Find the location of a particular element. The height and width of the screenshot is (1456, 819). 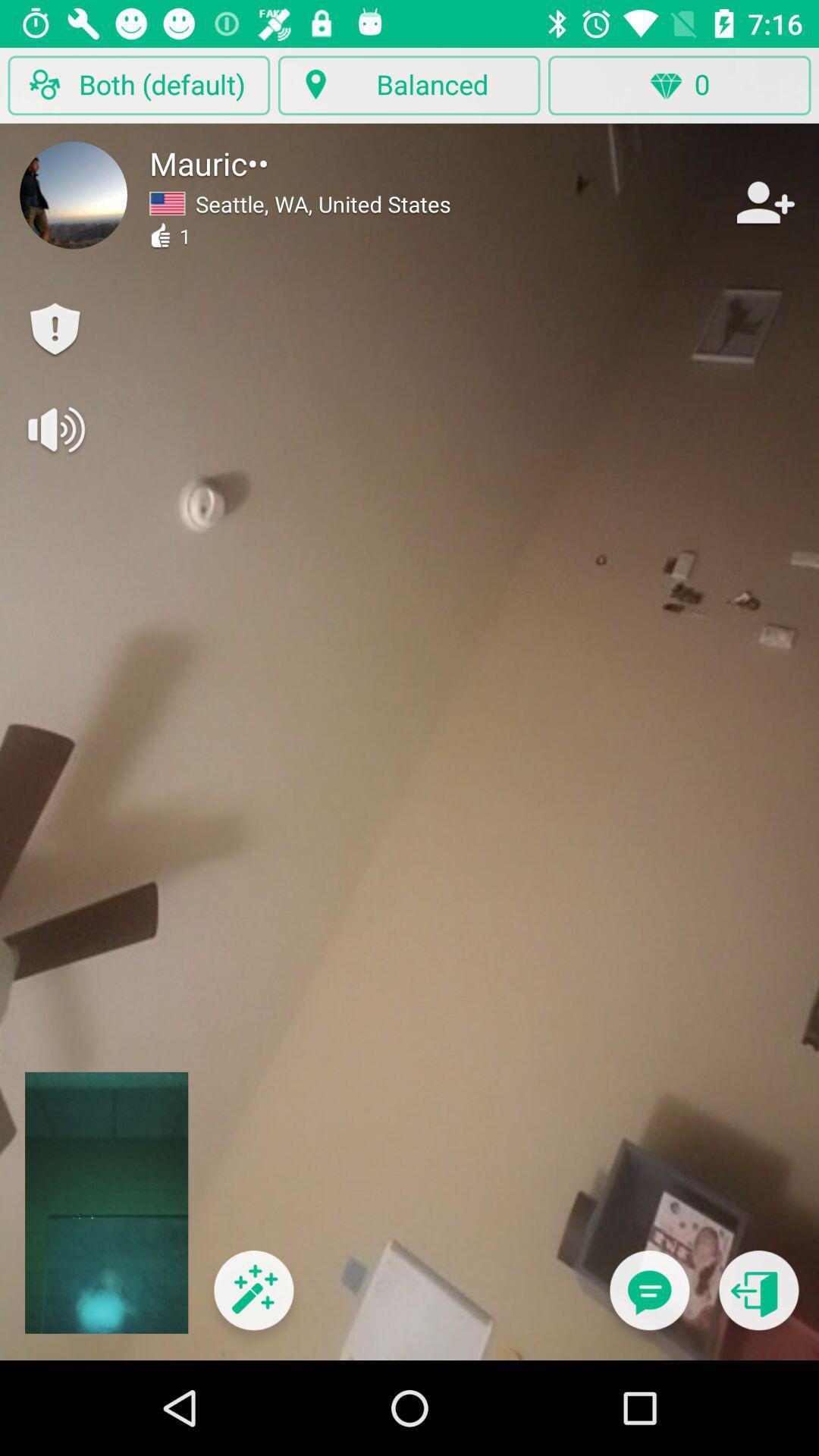

a friend is located at coordinates (764, 202).